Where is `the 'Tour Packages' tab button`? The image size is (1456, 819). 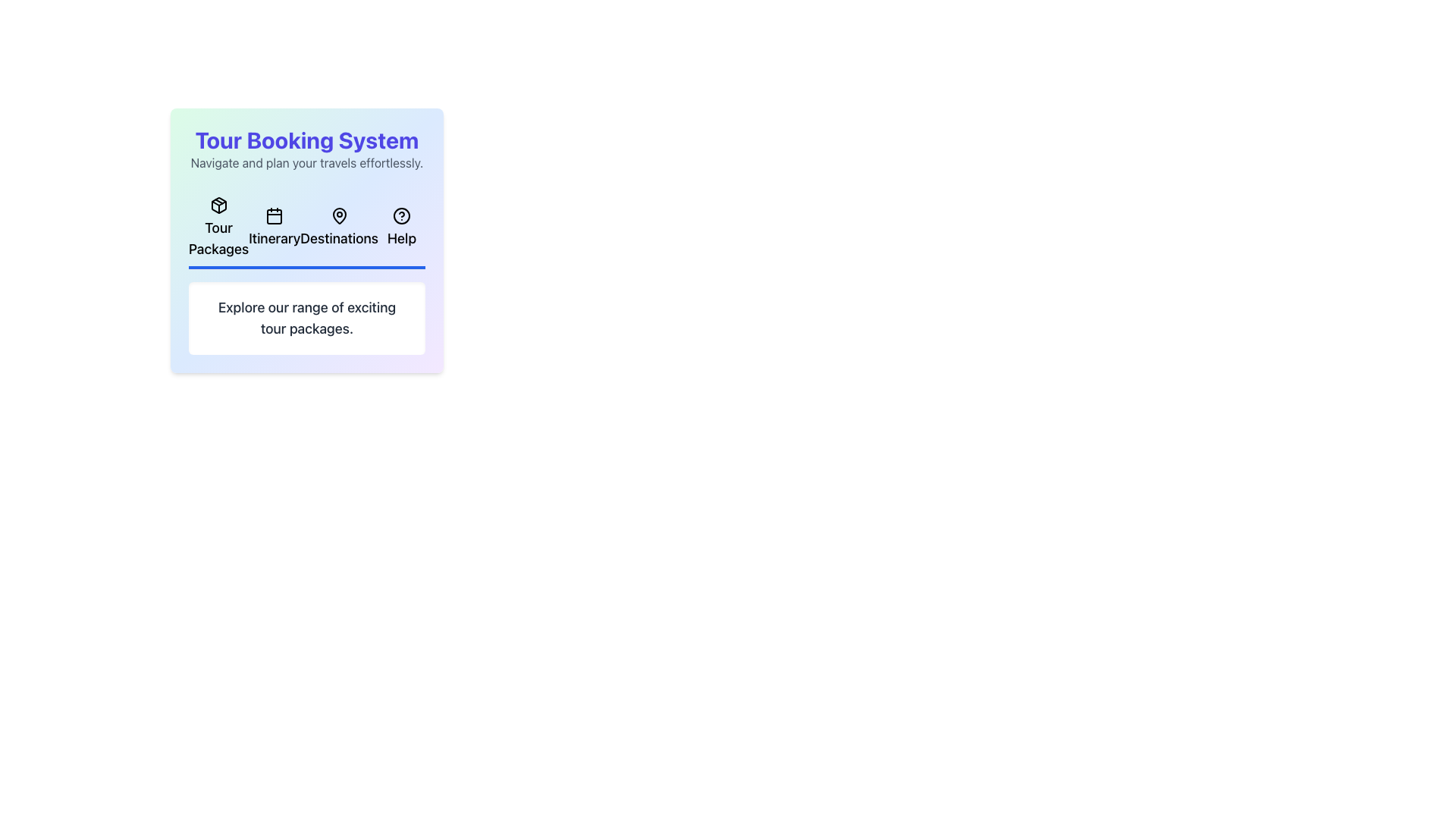 the 'Tour Packages' tab button is located at coordinates (218, 230).